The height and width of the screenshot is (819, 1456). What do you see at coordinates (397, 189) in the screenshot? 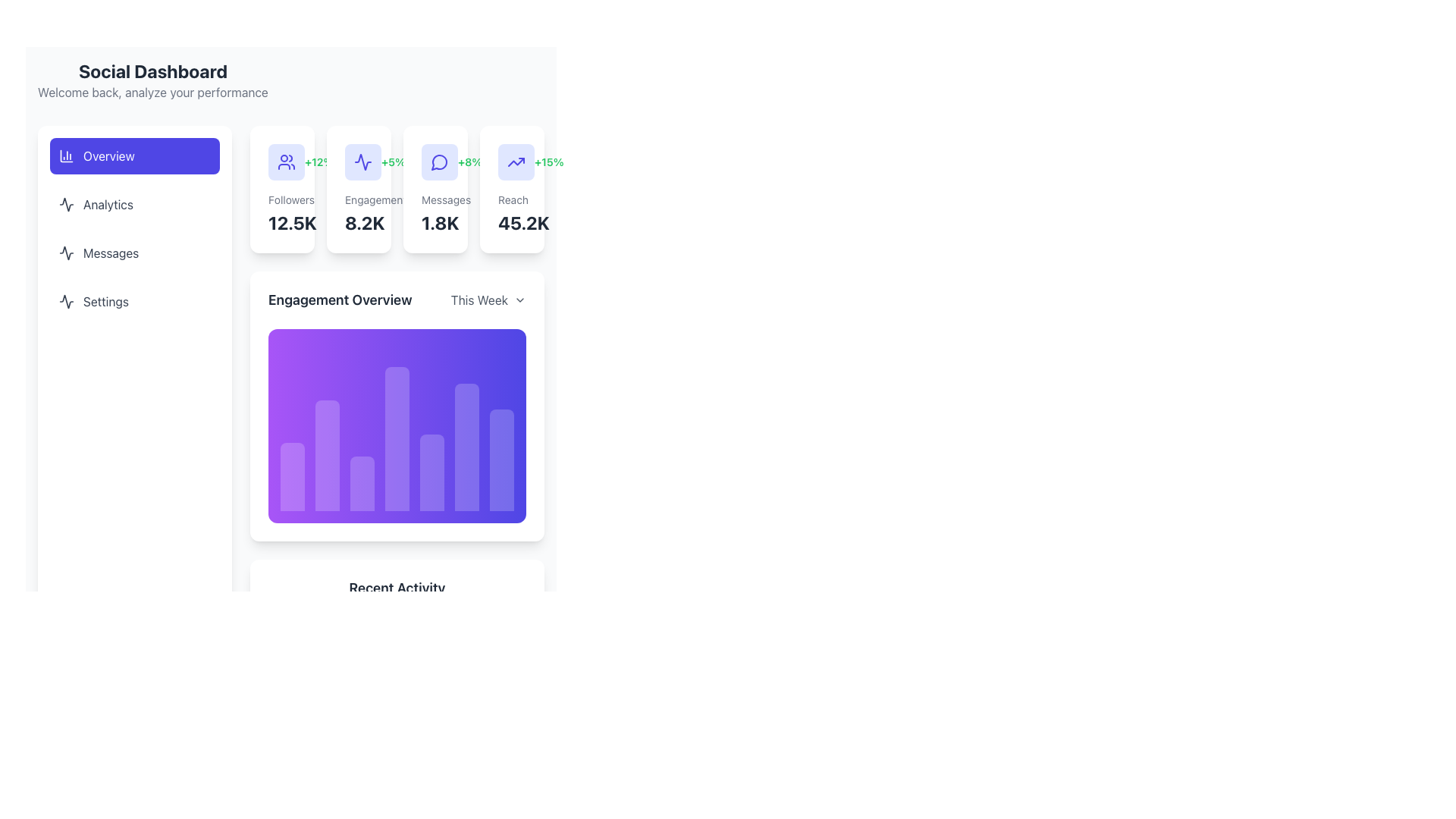
I see `the Information card located second from the left in the row of four cards at the top of the dashboard interface` at bounding box center [397, 189].